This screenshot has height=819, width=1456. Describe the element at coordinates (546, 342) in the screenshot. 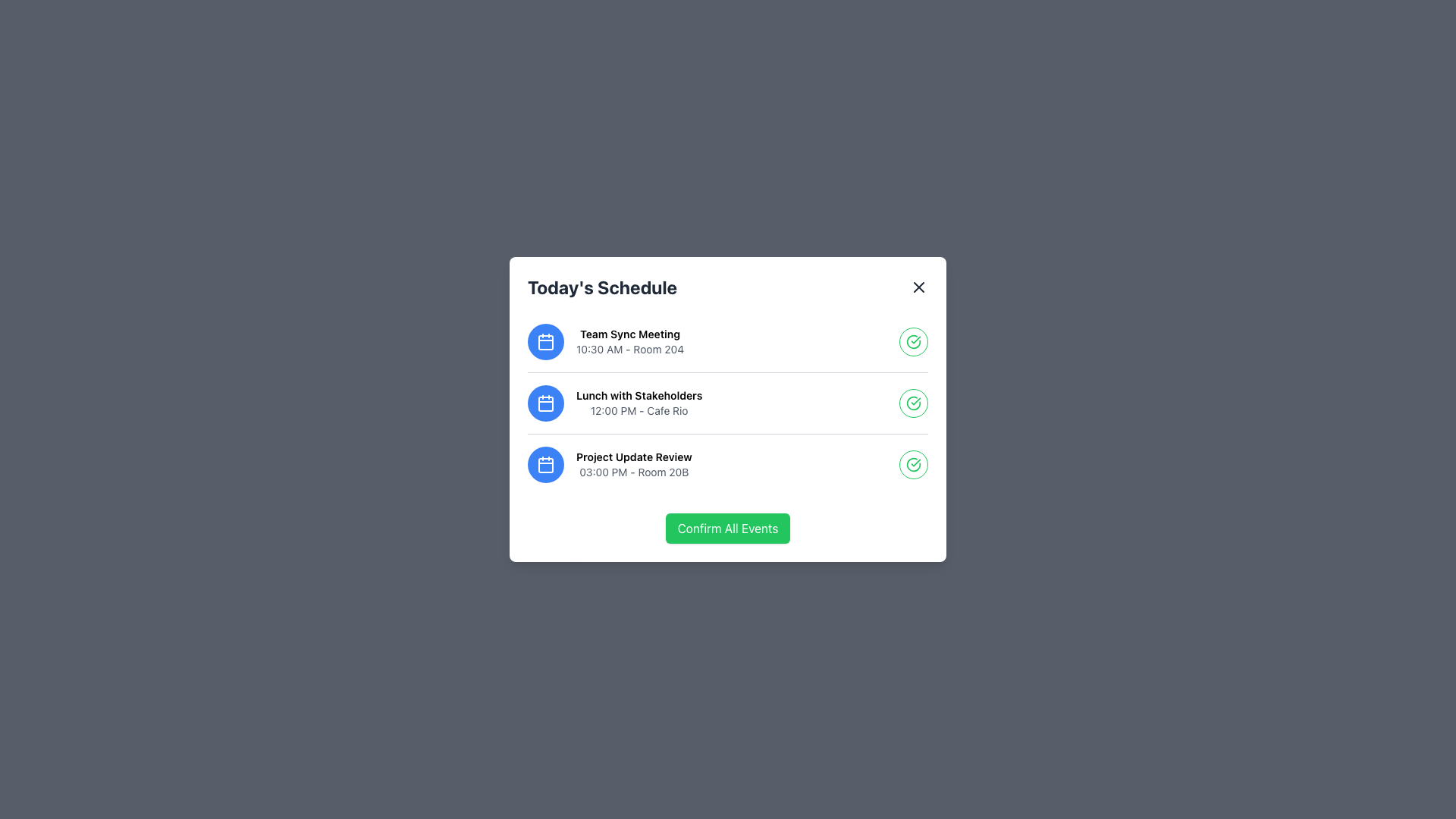

I see `the decorative frame within the calendar icon, which is the leftmost icon in the 'Team Sync Meeting' section of 'Today's Schedule'` at that location.